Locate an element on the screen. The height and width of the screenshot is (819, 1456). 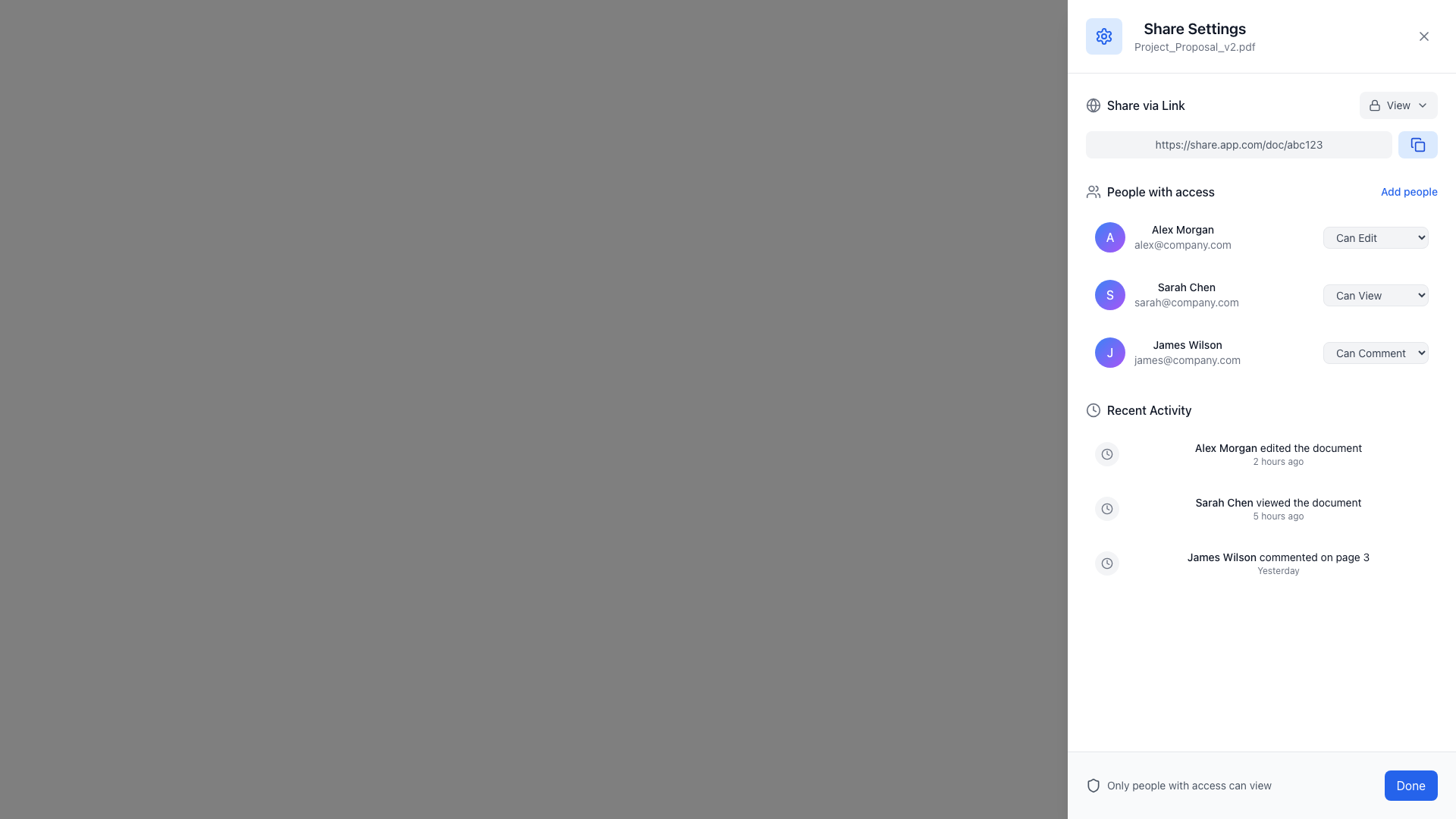
the Text display element that summarizes a recent activity by user James Wilson, located in the 'Recent Activity' section beneath a clock icon is located at coordinates (1277, 563).